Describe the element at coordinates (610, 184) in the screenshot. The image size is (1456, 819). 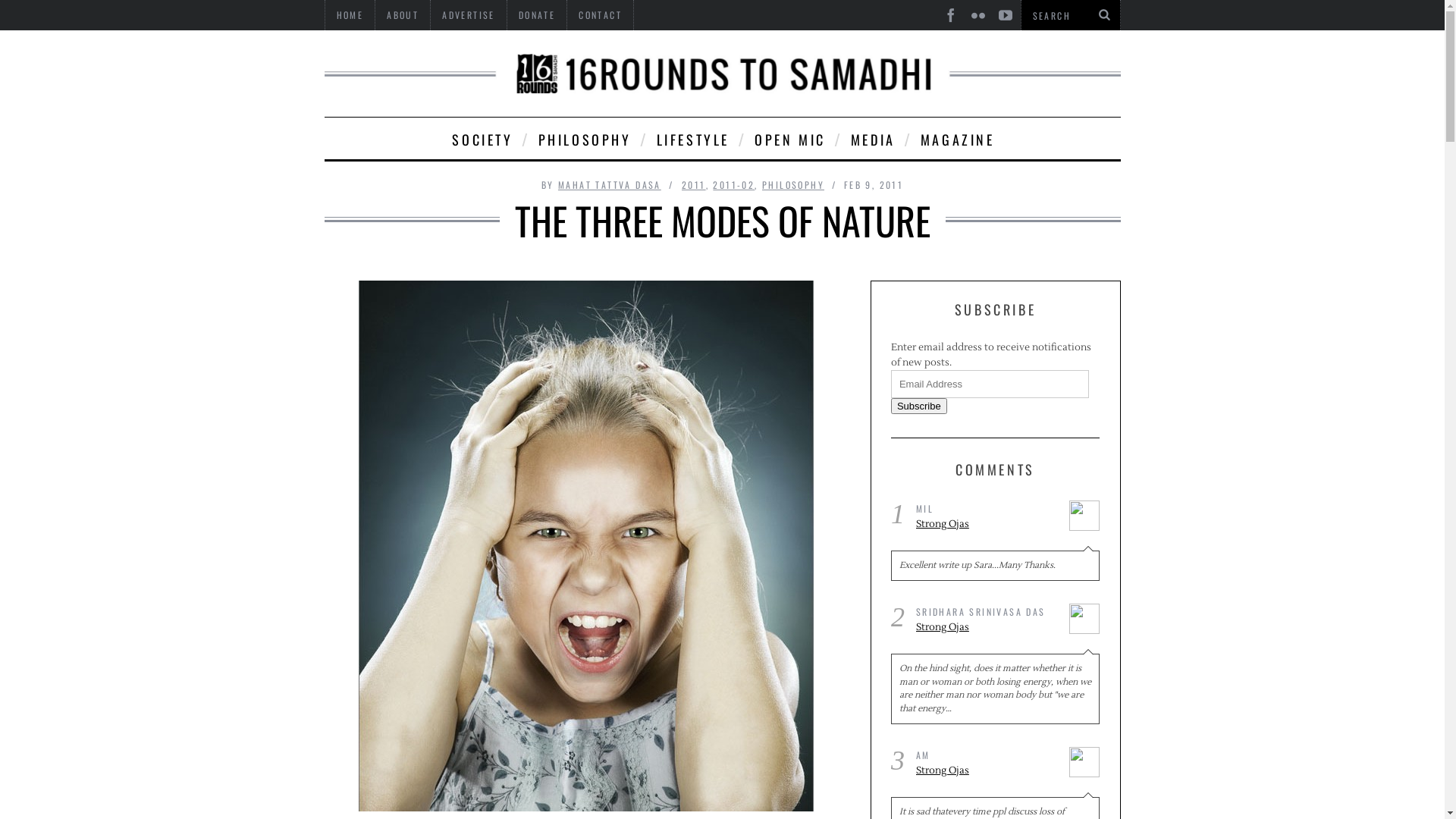
I see `'MAHAT TATTVA DASA'` at that location.